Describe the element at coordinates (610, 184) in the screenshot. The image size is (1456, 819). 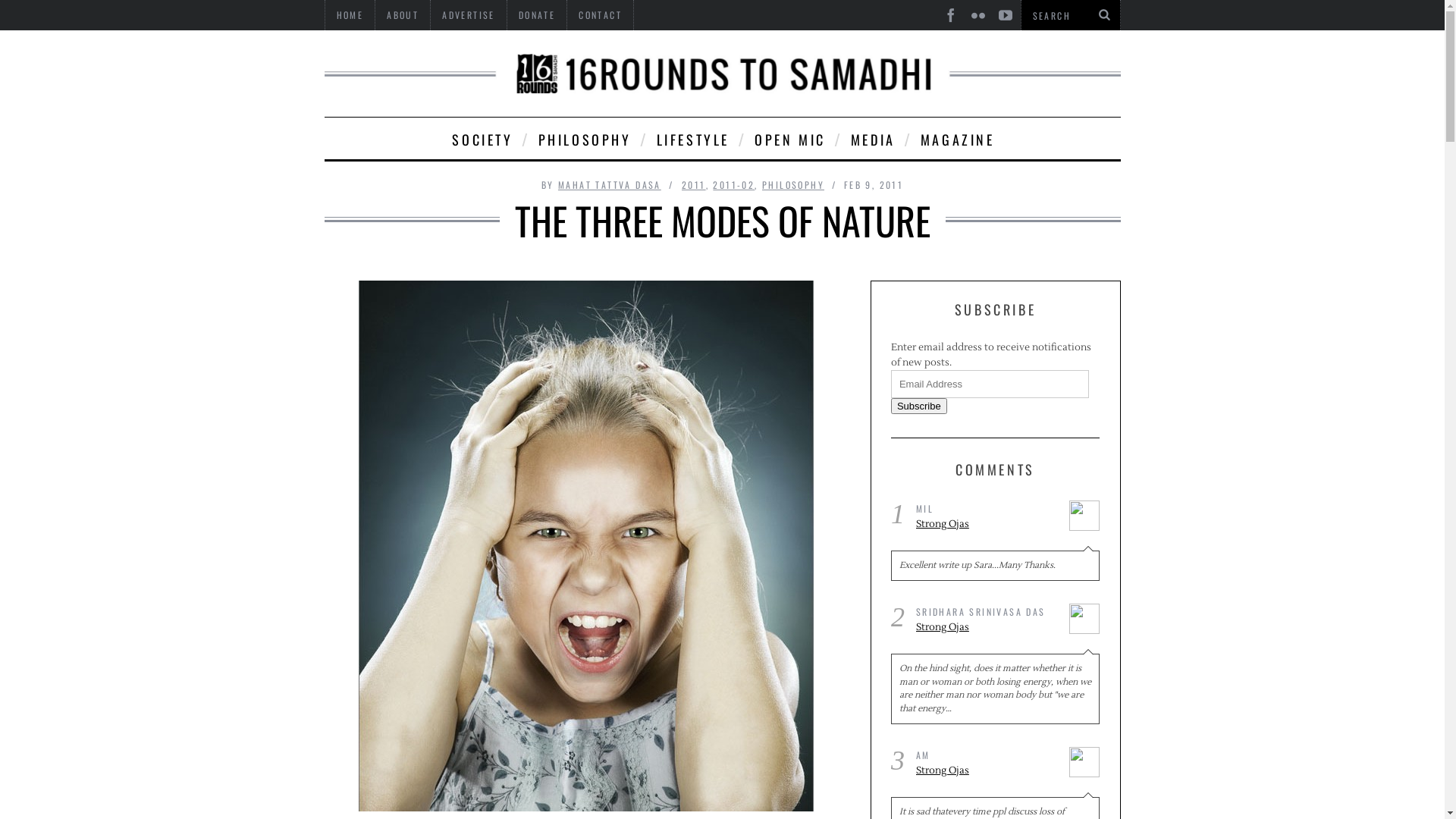
I see `'MAHAT TATTVA DASA'` at that location.